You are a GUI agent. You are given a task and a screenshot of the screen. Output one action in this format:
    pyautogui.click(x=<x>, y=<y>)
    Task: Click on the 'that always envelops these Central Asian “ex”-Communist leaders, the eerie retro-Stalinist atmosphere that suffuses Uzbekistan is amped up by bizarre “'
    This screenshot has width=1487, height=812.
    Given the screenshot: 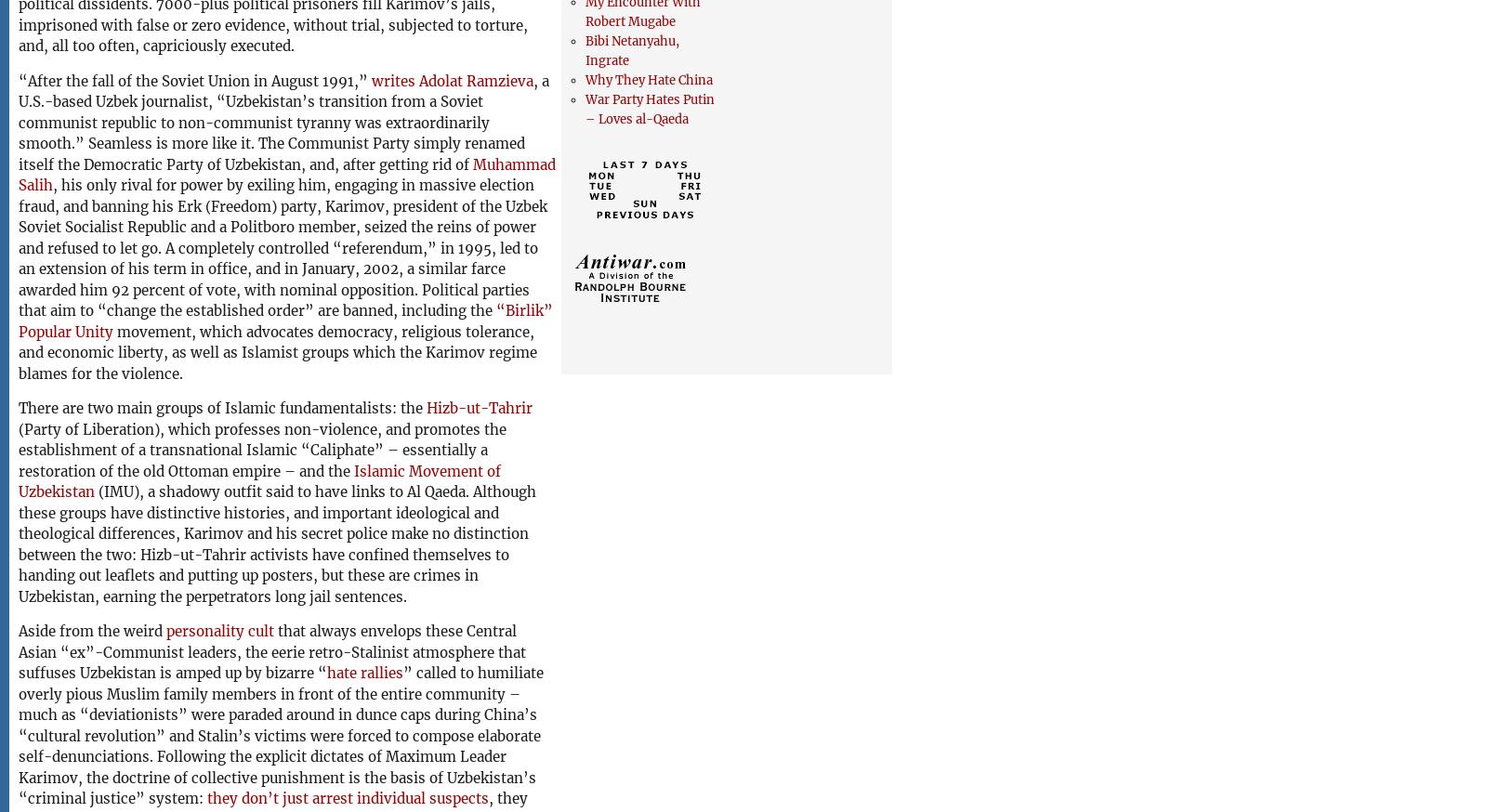 What is the action you would take?
    pyautogui.click(x=271, y=651)
    